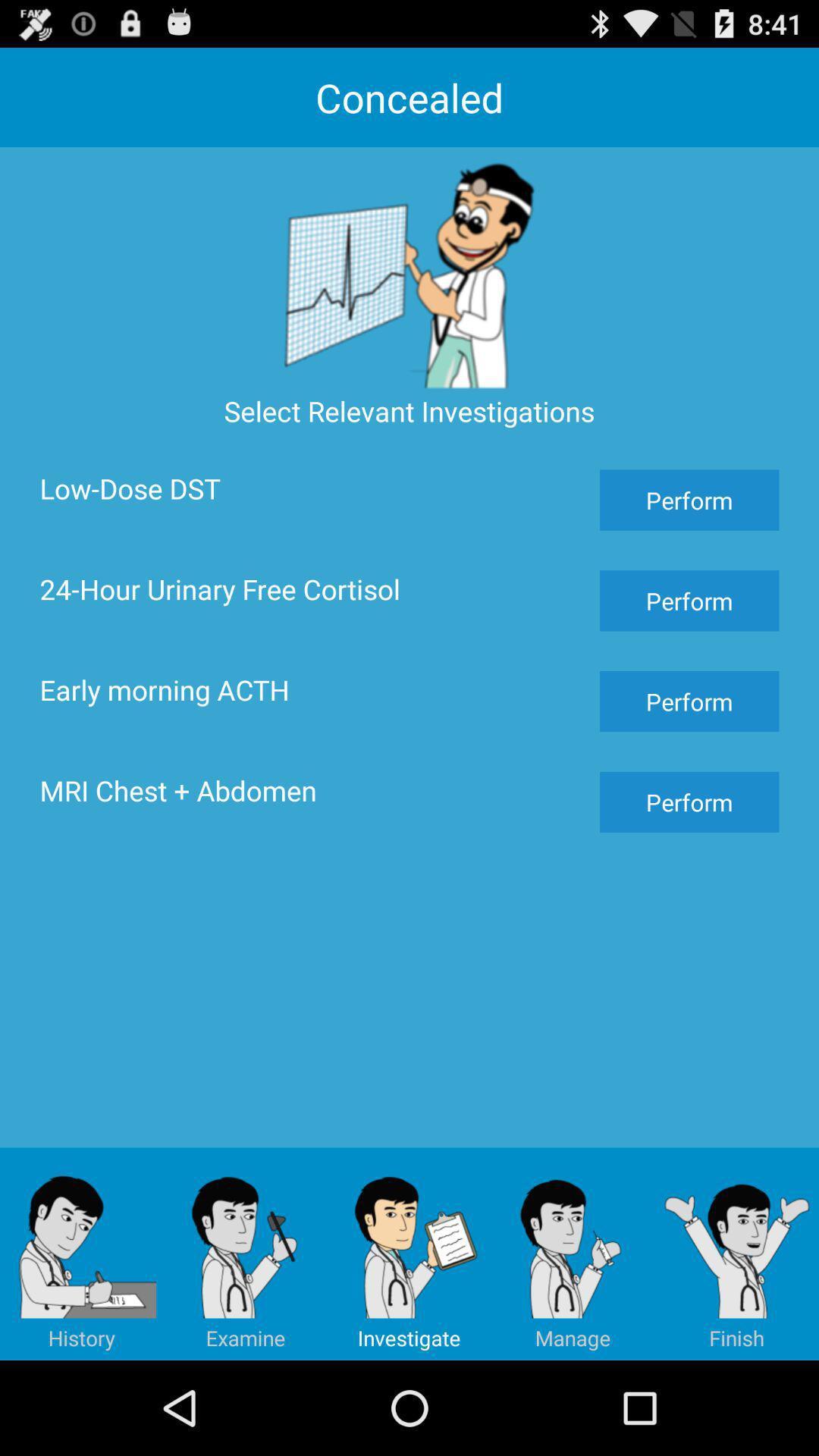 This screenshot has height=1456, width=819. What do you see at coordinates (245, 1254) in the screenshot?
I see `app below the mri chest + abdomen app` at bounding box center [245, 1254].